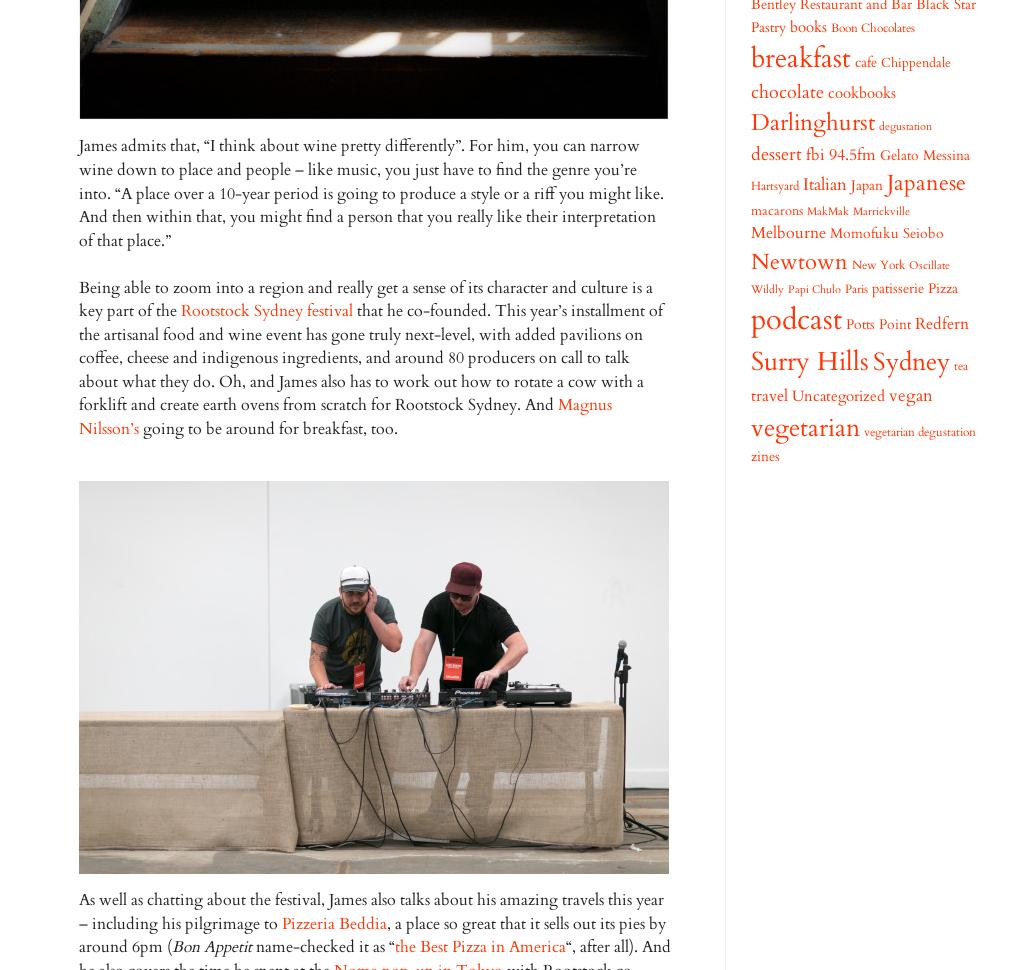  Describe the element at coordinates (941, 323) in the screenshot. I see `'Redfern'` at that location.